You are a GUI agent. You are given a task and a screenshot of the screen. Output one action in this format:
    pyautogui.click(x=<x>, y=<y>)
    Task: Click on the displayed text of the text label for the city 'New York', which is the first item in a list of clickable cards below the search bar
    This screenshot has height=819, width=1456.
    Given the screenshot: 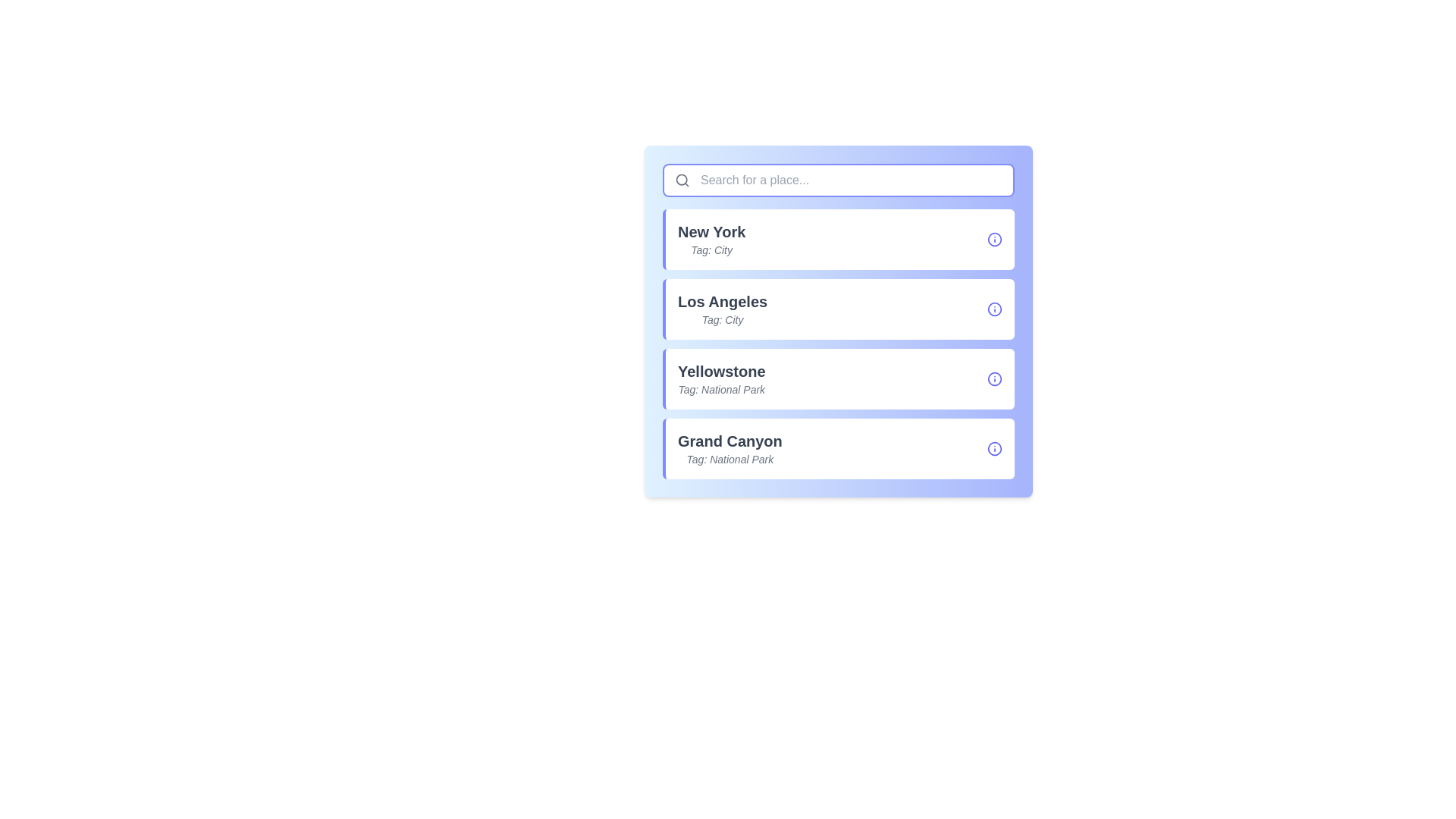 What is the action you would take?
    pyautogui.click(x=711, y=239)
    